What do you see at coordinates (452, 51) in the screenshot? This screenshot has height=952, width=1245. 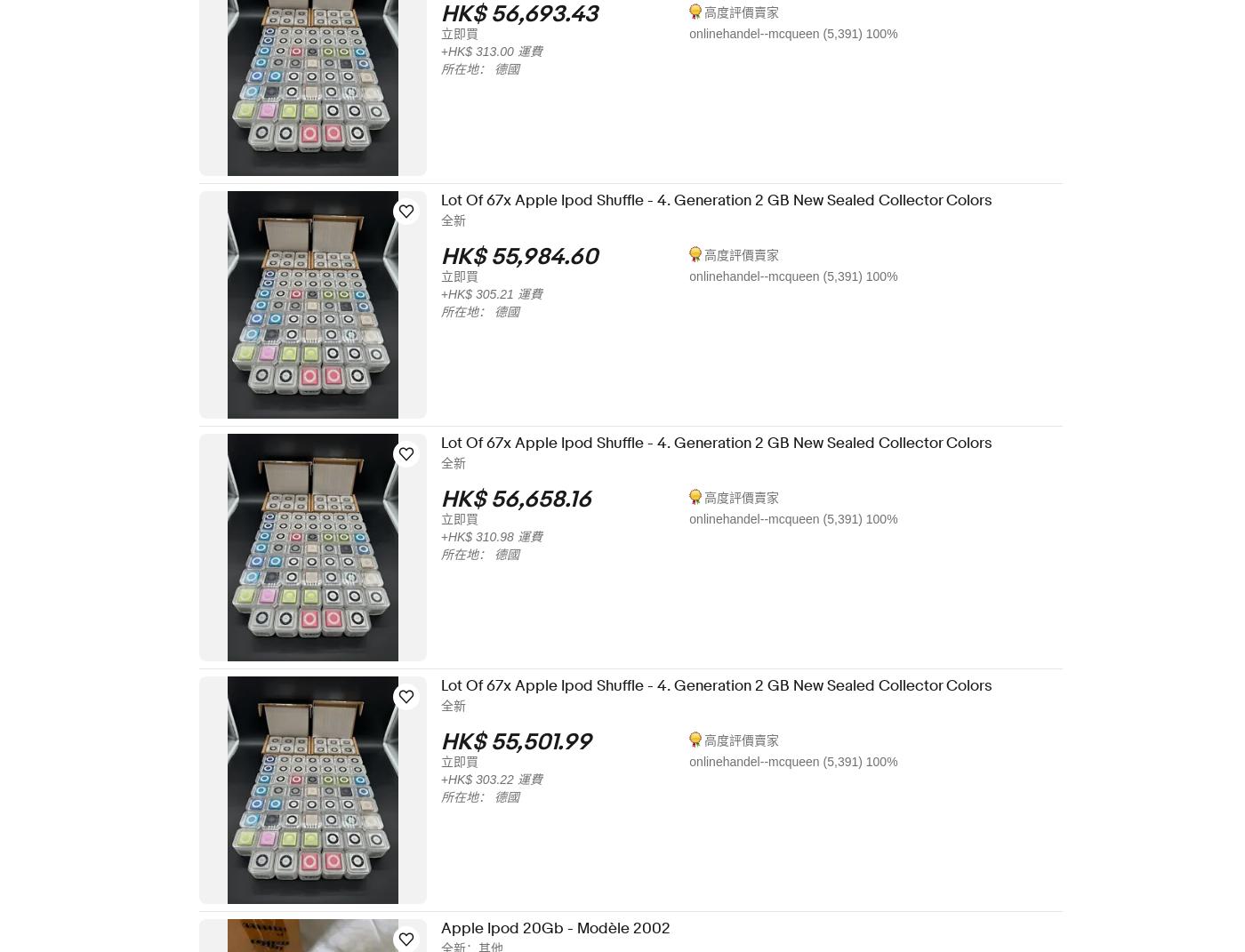 I see `'+HK$ 313.00 運費'` at bounding box center [452, 51].